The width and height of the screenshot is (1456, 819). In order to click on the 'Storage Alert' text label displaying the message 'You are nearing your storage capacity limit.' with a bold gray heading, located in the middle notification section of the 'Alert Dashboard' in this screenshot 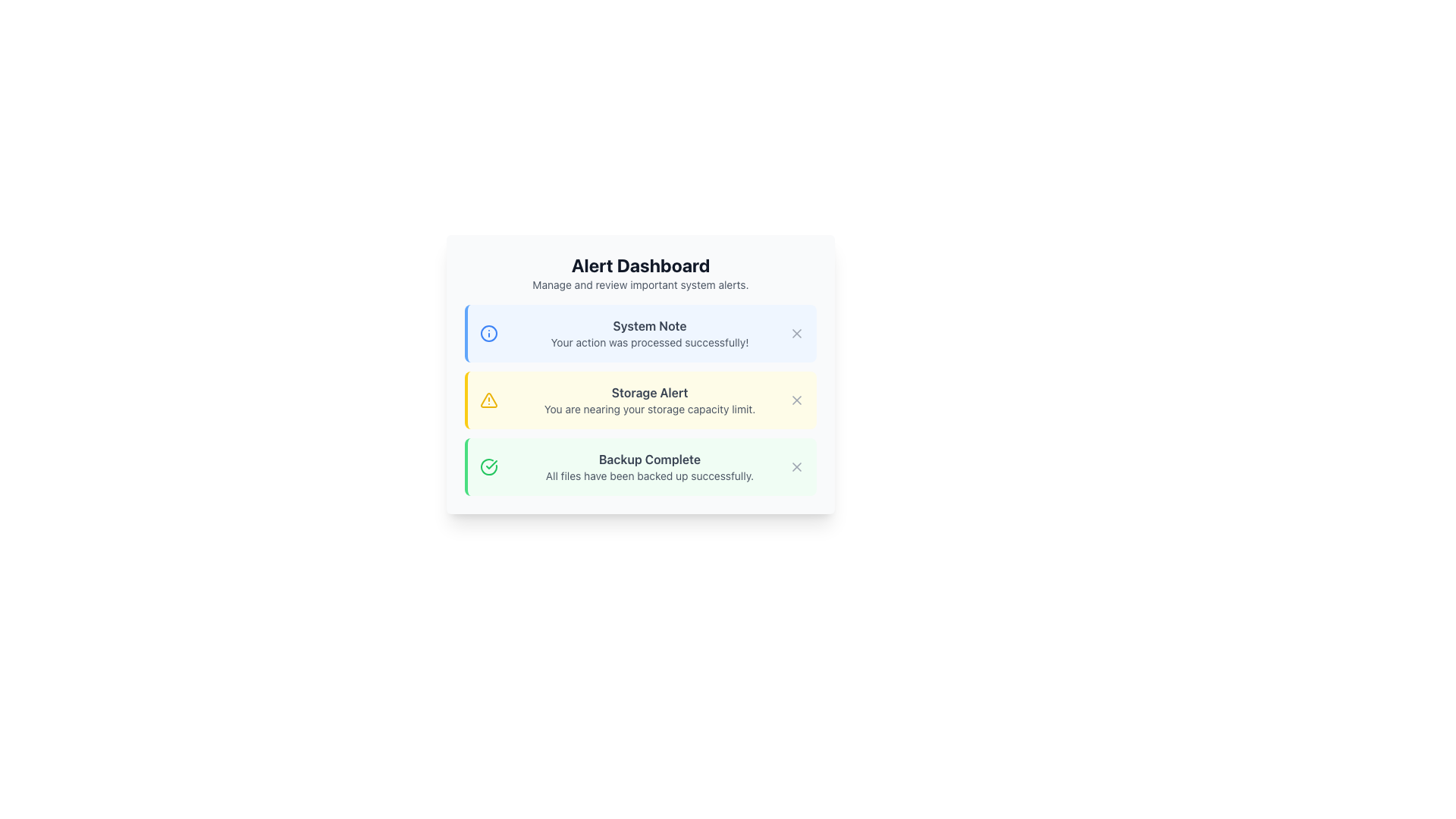, I will do `click(650, 400)`.